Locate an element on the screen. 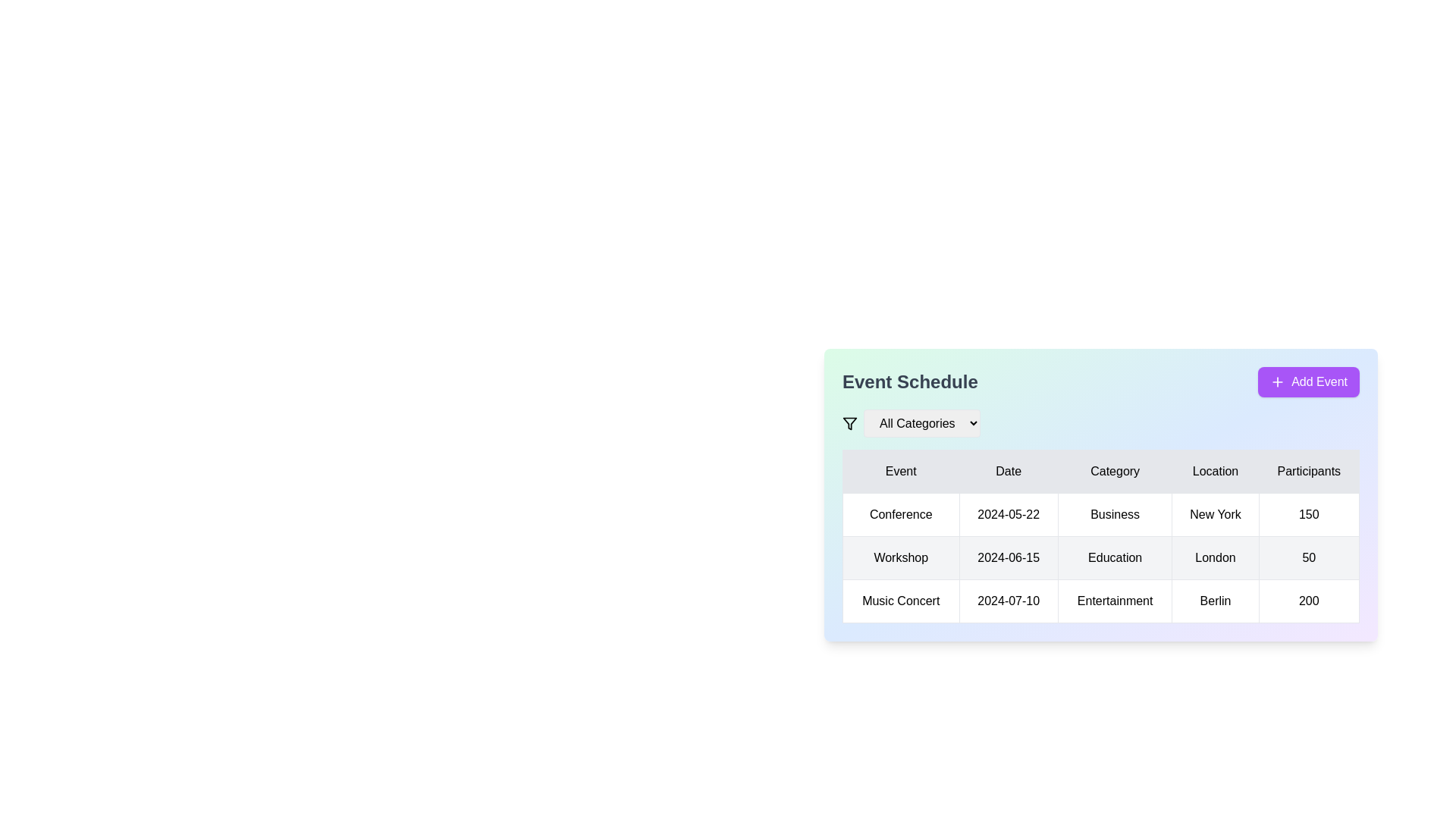  the table cell displaying the text 'Business' located in the third column of the first data row under the 'Category' header of the table in the 'Event Schedule' section is located at coordinates (1100, 521).